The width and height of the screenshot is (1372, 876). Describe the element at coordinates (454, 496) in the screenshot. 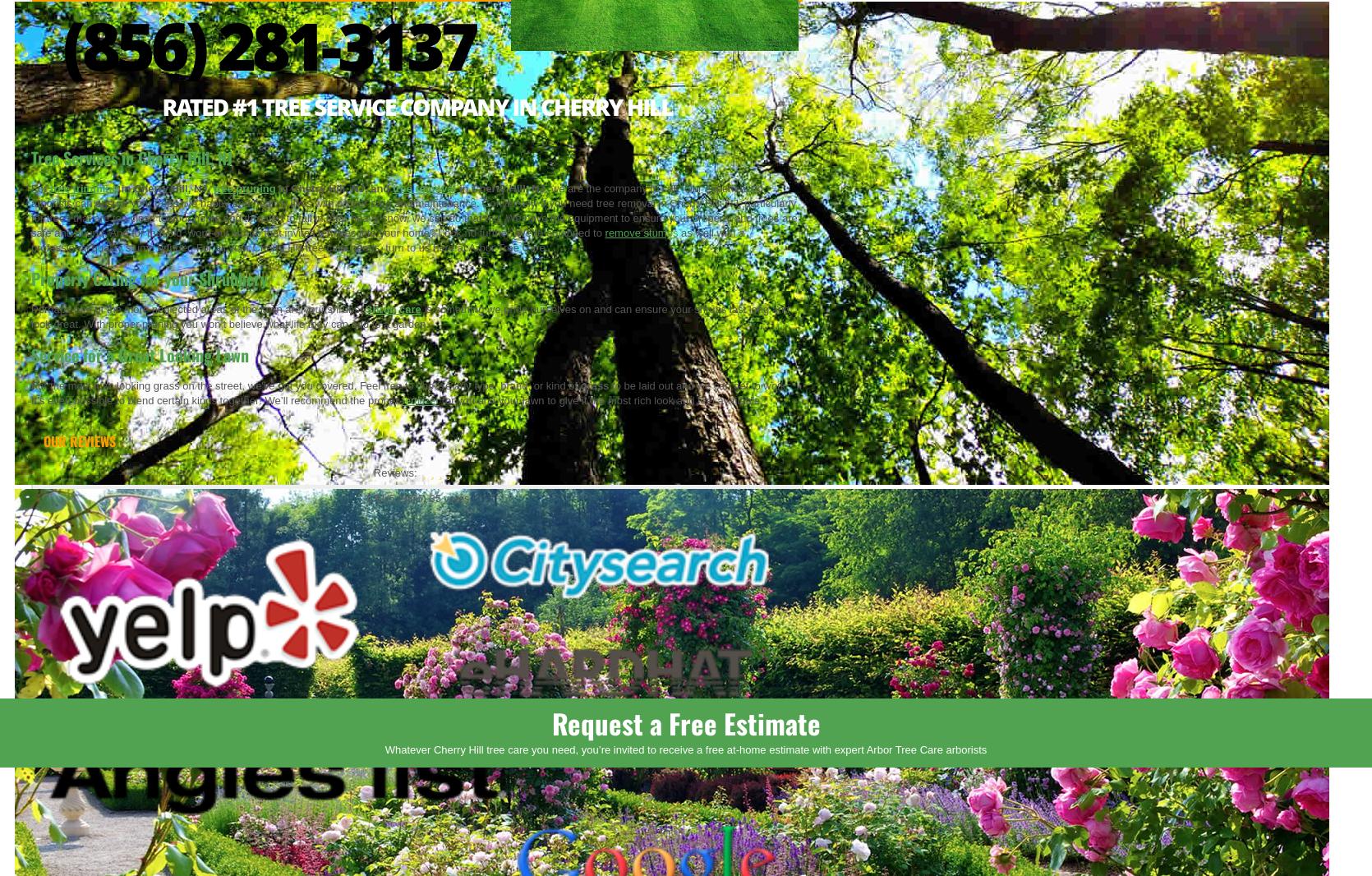

I see `'votes'` at that location.